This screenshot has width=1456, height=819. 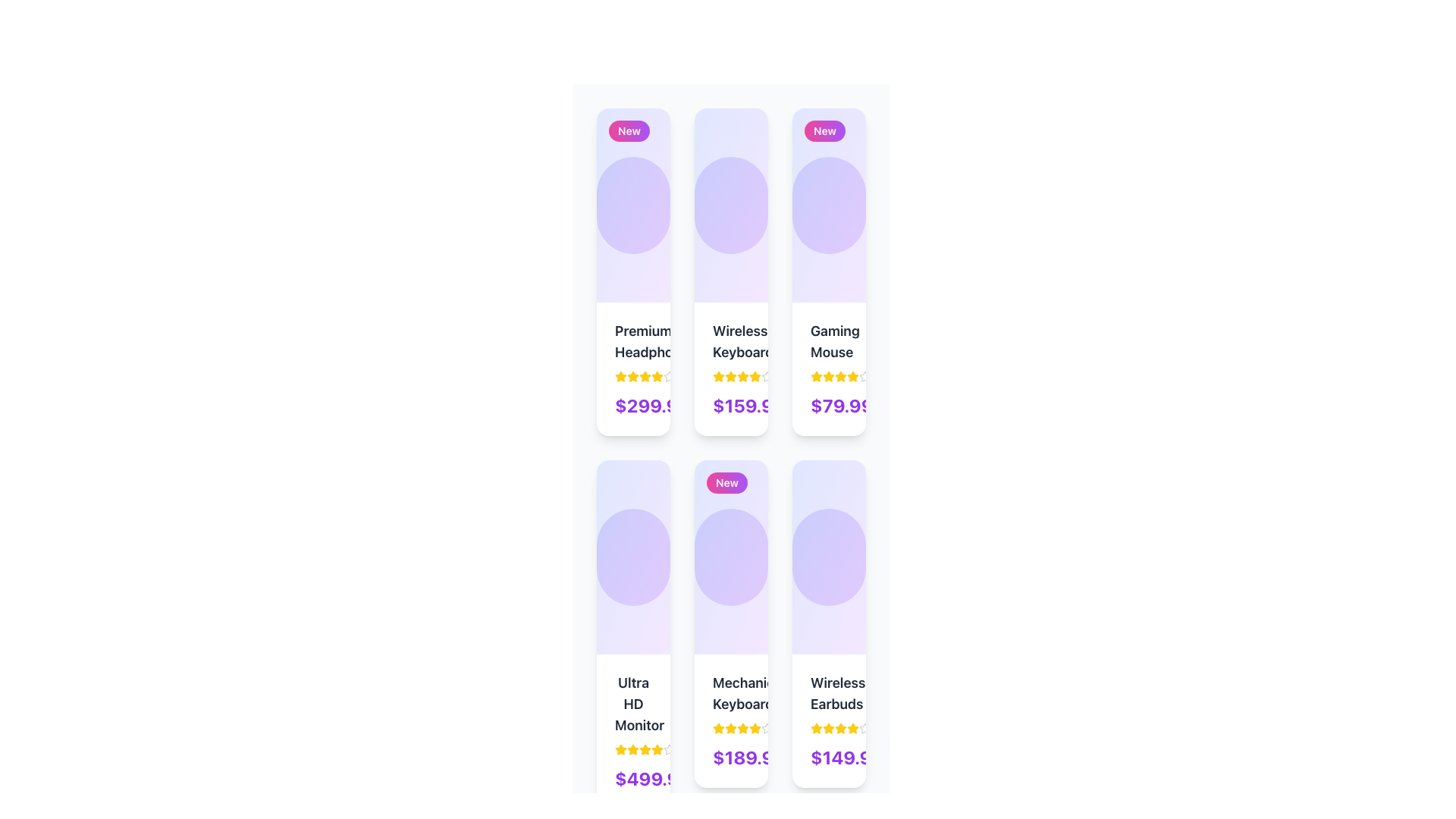 I want to click on the price display text element located in the bottom section of the 'Wireless Earbuds' product card, positioned centrally below the rating stars, so click(x=828, y=758).